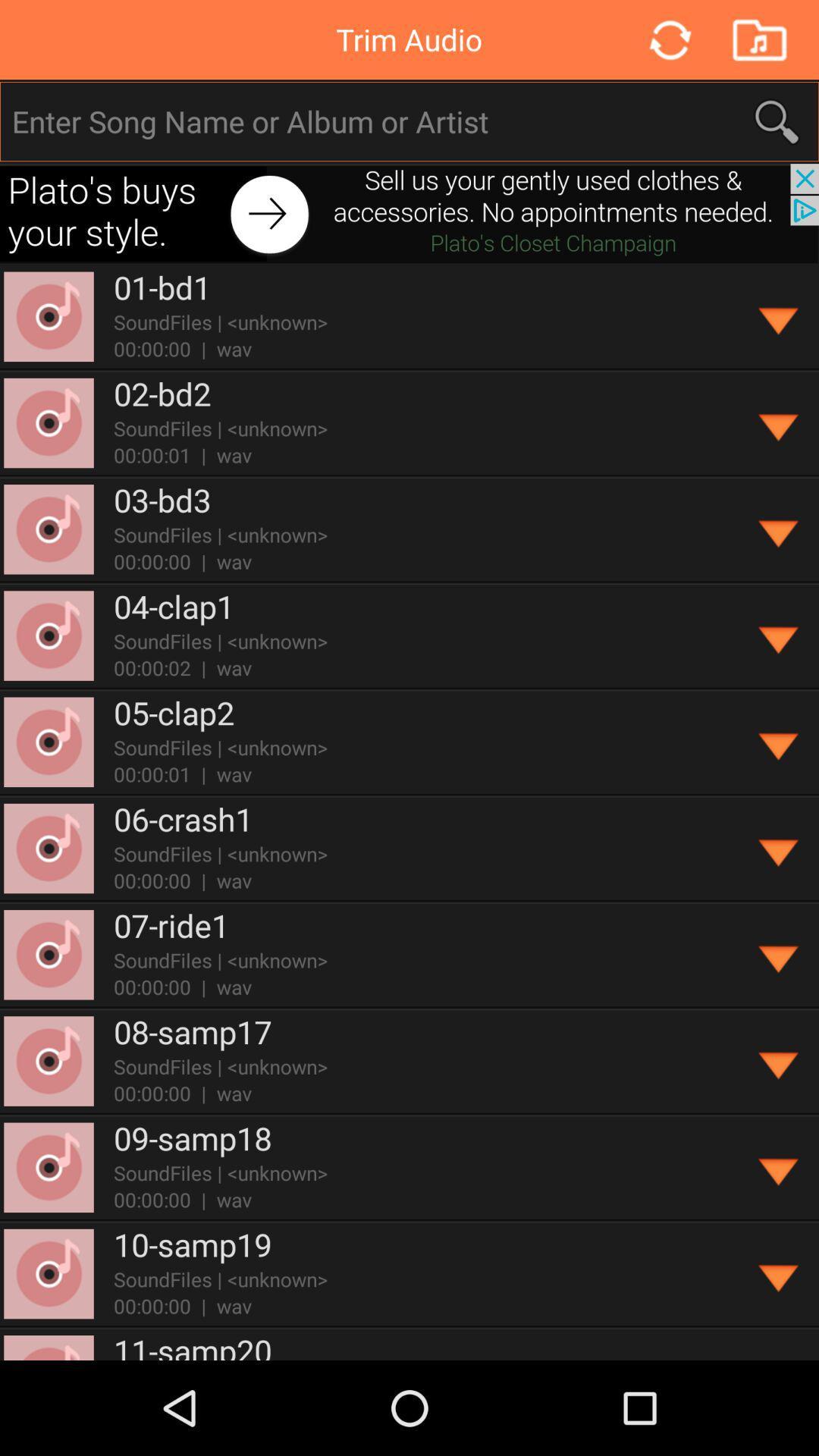 Image resolution: width=819 pixels, height=1456 pixels. I want to click on show file information, so click(779, 1274).